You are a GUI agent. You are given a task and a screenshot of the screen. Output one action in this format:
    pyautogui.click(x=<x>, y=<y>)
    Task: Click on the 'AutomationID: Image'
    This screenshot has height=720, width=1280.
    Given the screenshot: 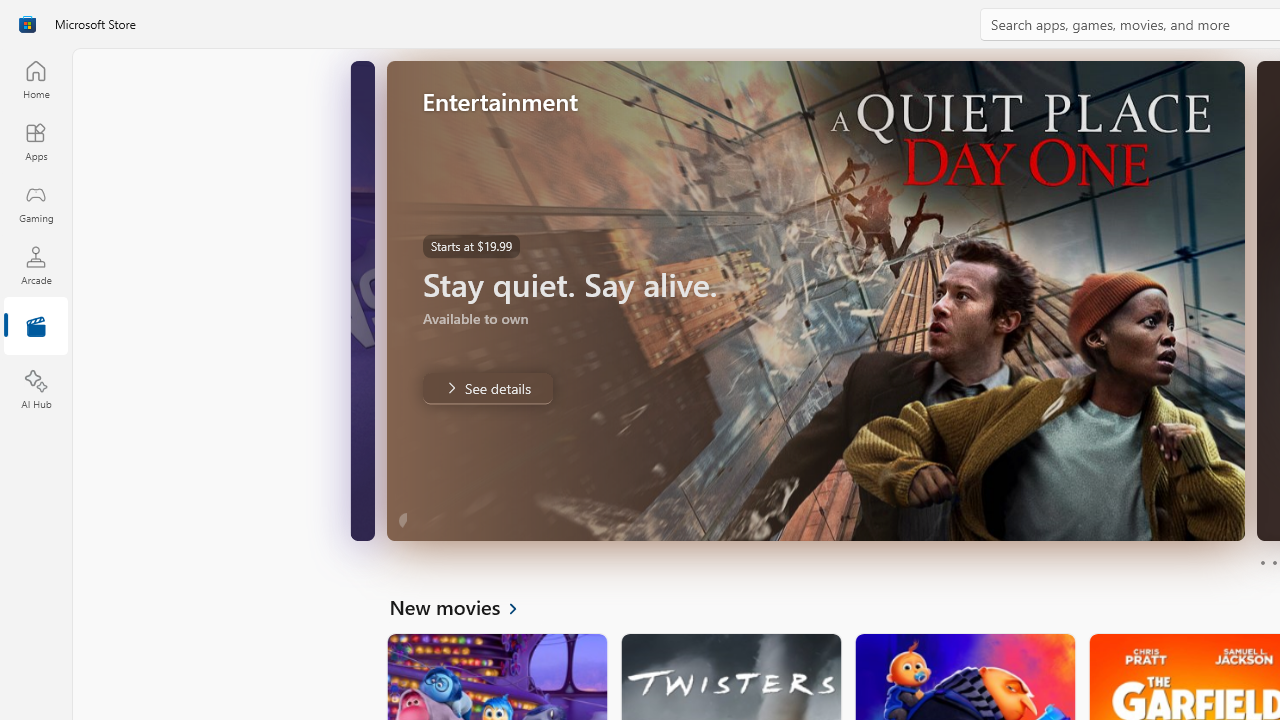 What is the action you would take?
    pyautogui.click(x=815, y=300)
    